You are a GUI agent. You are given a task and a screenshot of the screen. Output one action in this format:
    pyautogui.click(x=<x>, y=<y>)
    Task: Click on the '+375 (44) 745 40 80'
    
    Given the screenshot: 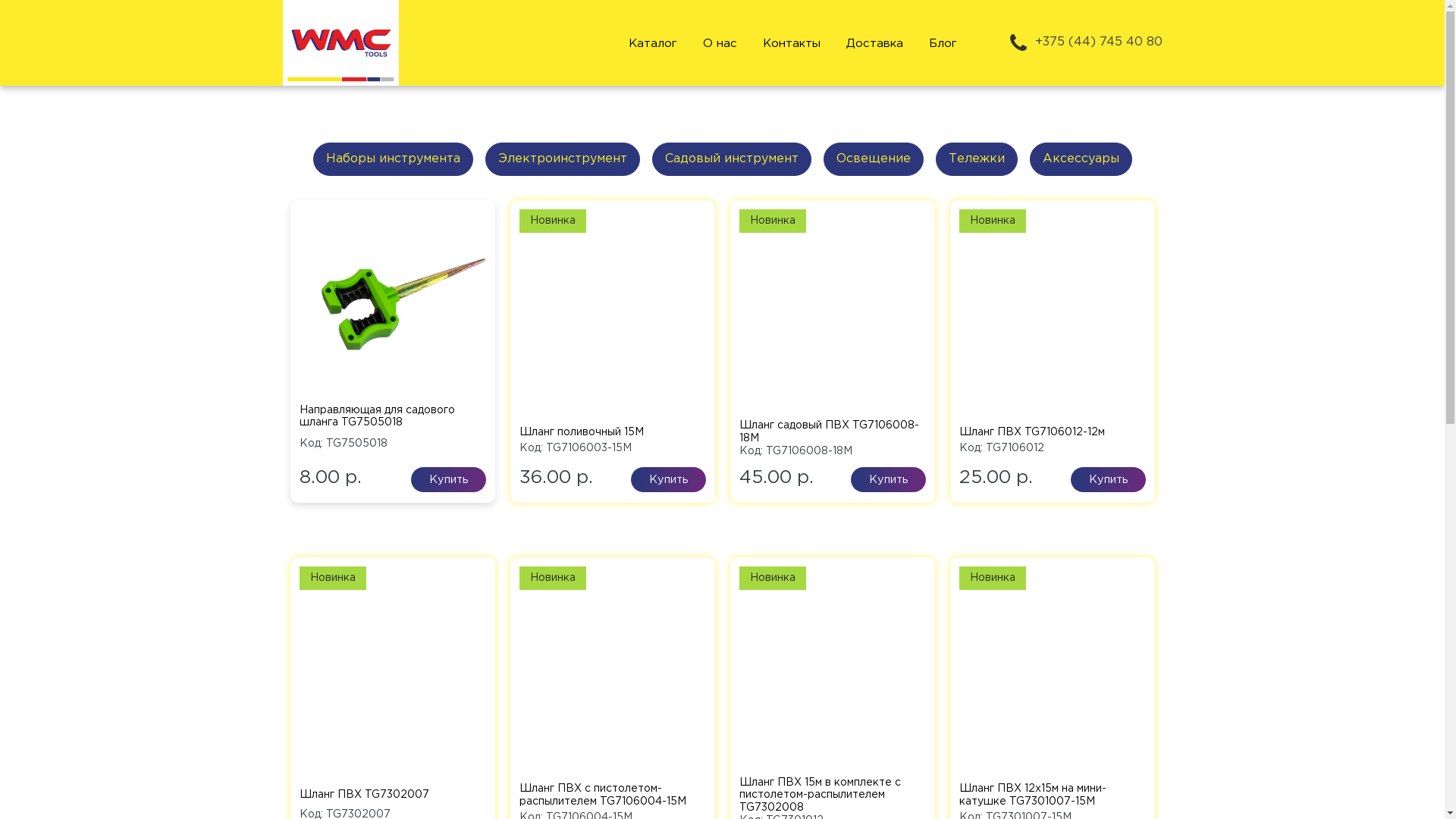 What is the action you would take?
    pyautogui.click(x=1084, y=42)
    